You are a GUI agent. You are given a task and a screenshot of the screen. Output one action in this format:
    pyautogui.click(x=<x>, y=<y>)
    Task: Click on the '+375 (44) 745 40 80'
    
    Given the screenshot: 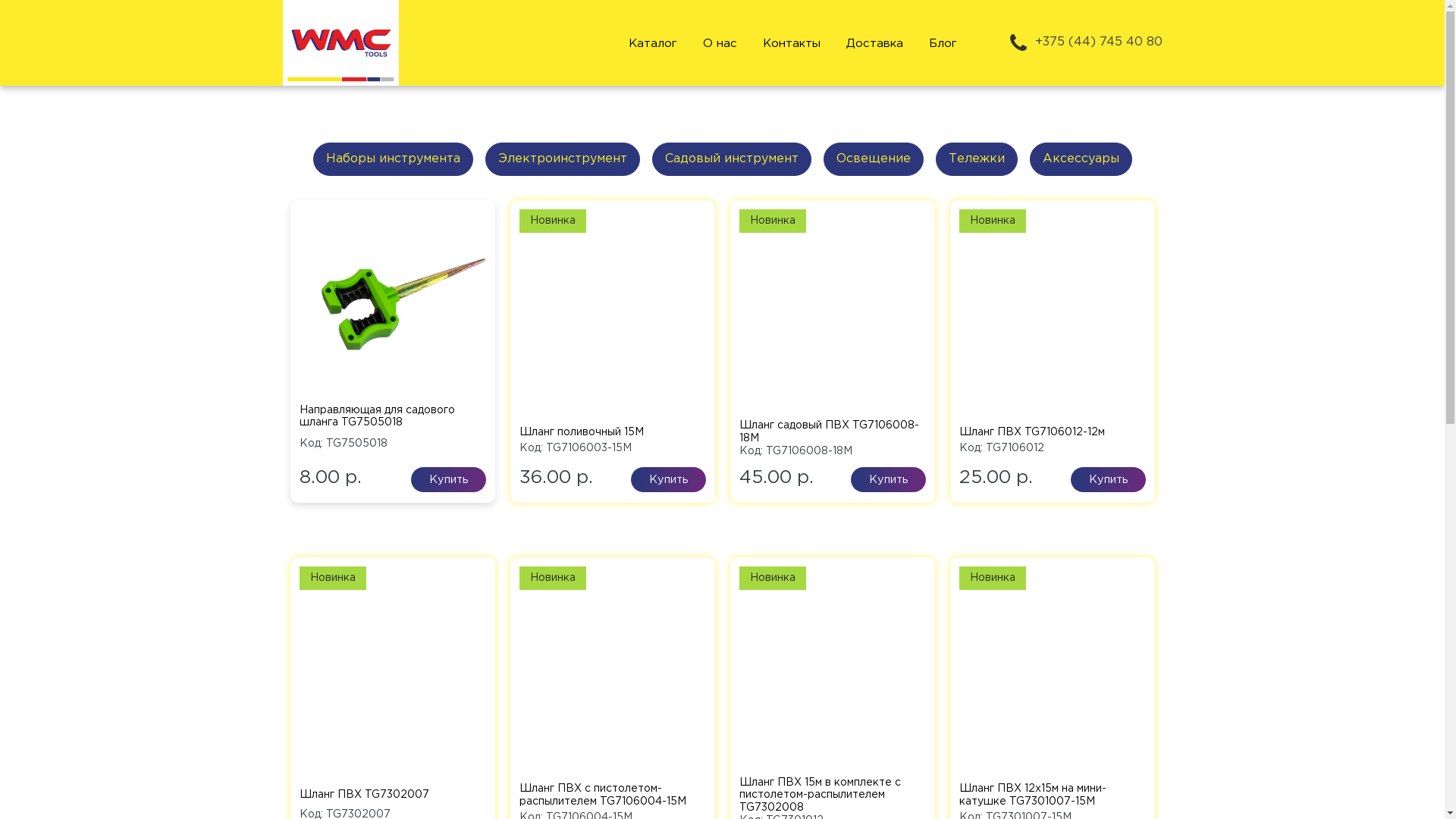 What is the action you would take?
    pyautogui.click(x=1084, y=42)
    